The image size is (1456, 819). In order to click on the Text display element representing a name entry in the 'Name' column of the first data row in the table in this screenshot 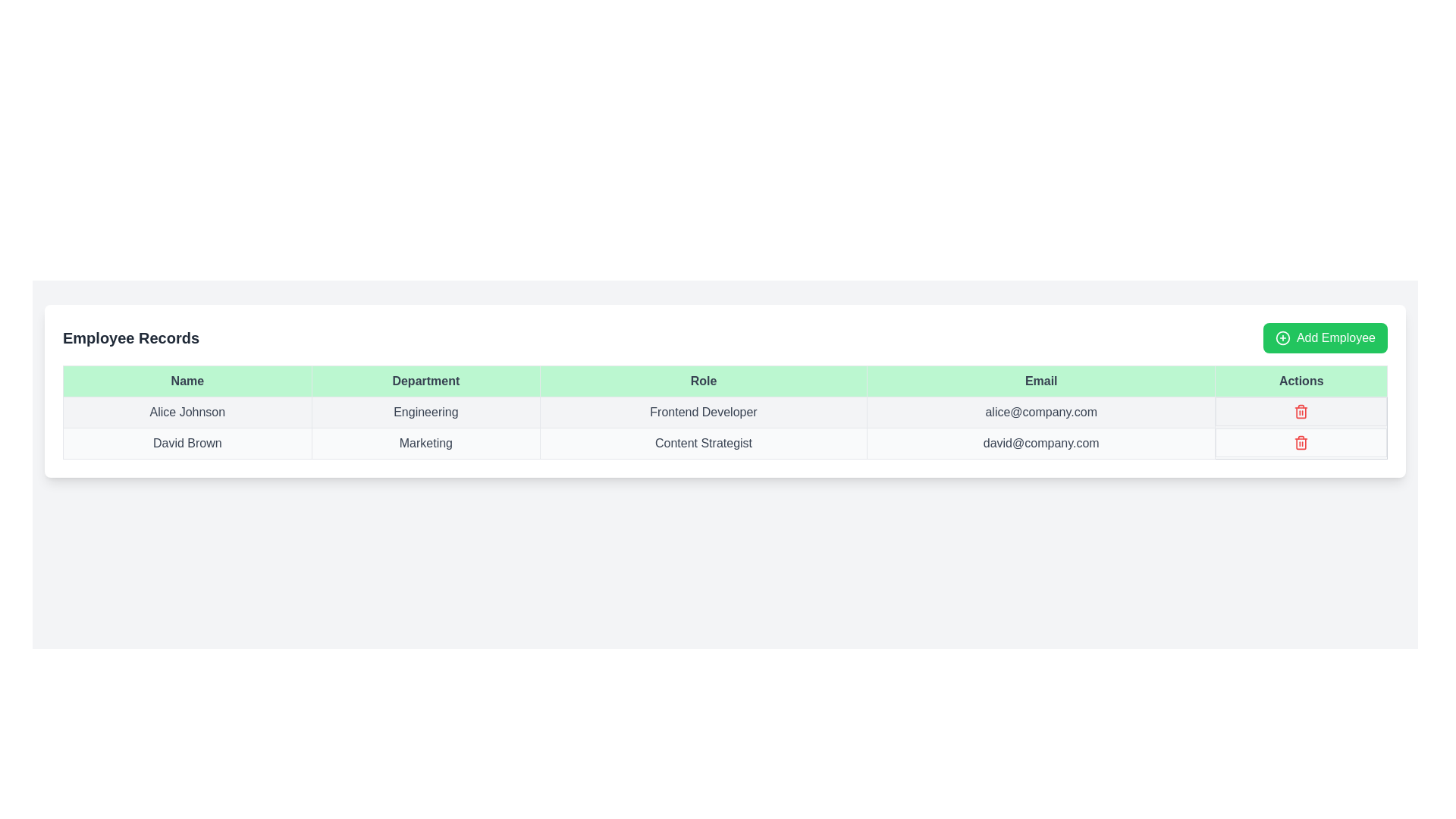, I will do `click(187, 412)`.